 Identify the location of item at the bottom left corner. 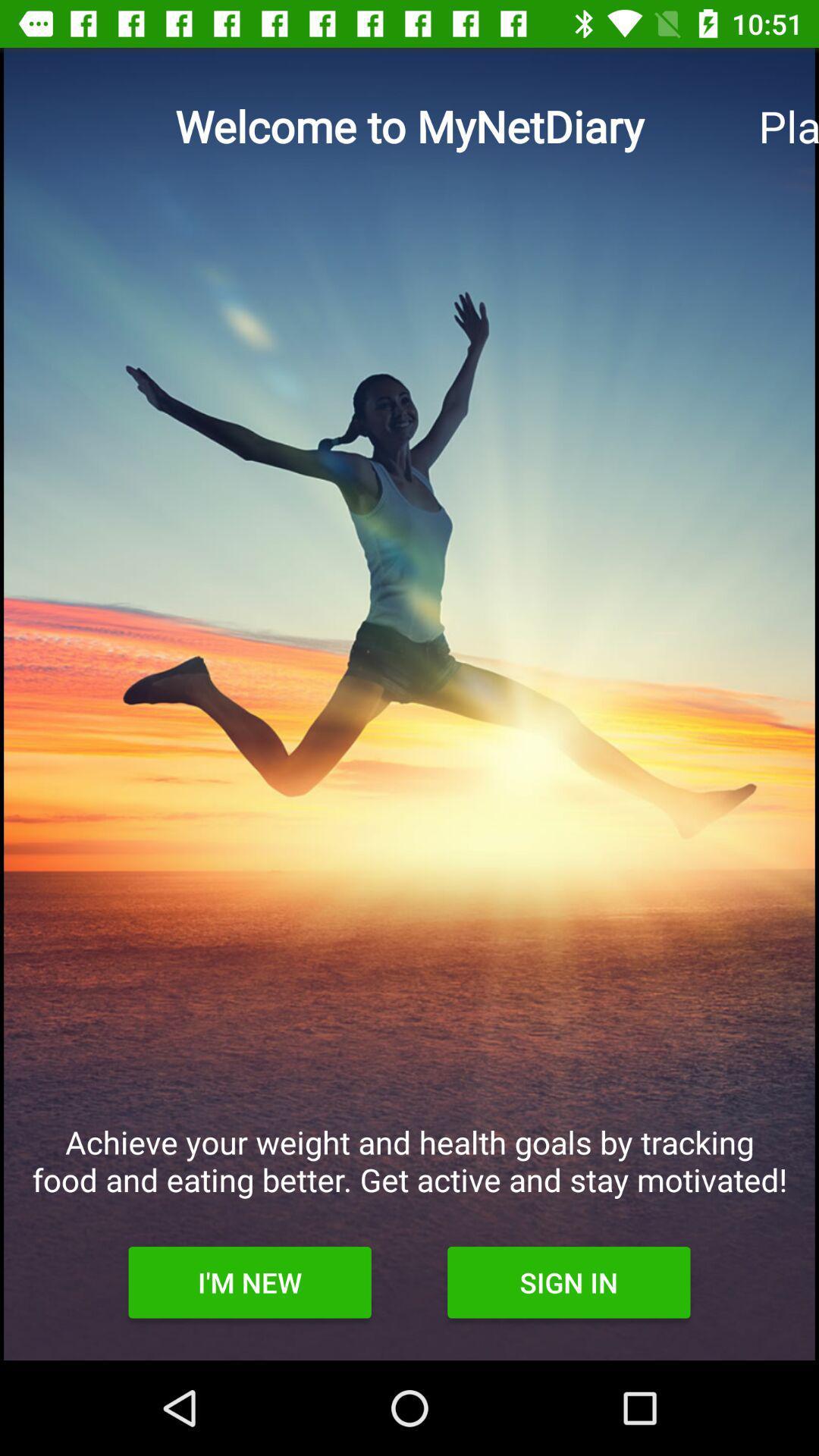
(249, 1282).